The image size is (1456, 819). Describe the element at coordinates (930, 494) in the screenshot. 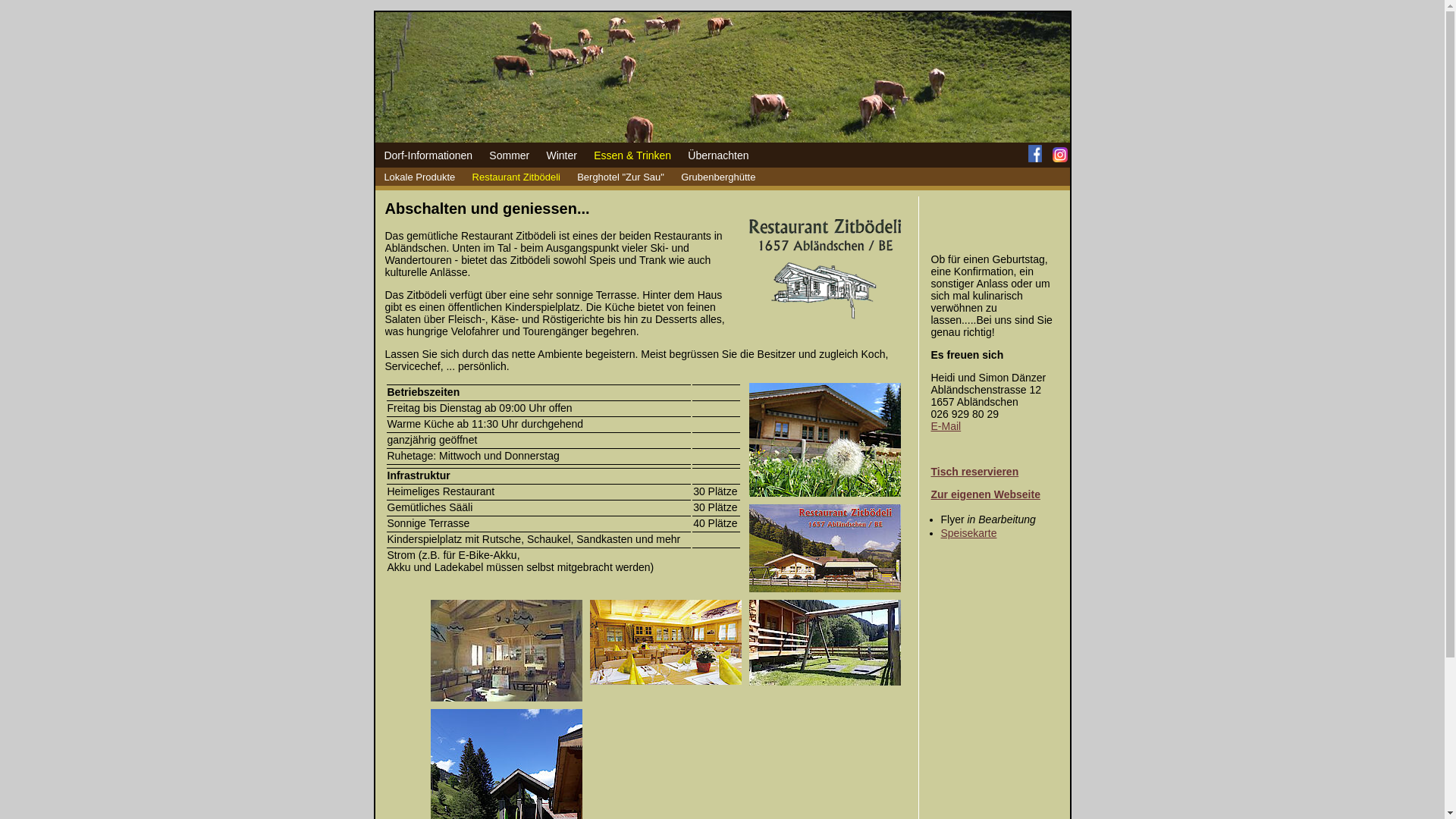

I see `'Zur eigenen Webseite'` at that location.